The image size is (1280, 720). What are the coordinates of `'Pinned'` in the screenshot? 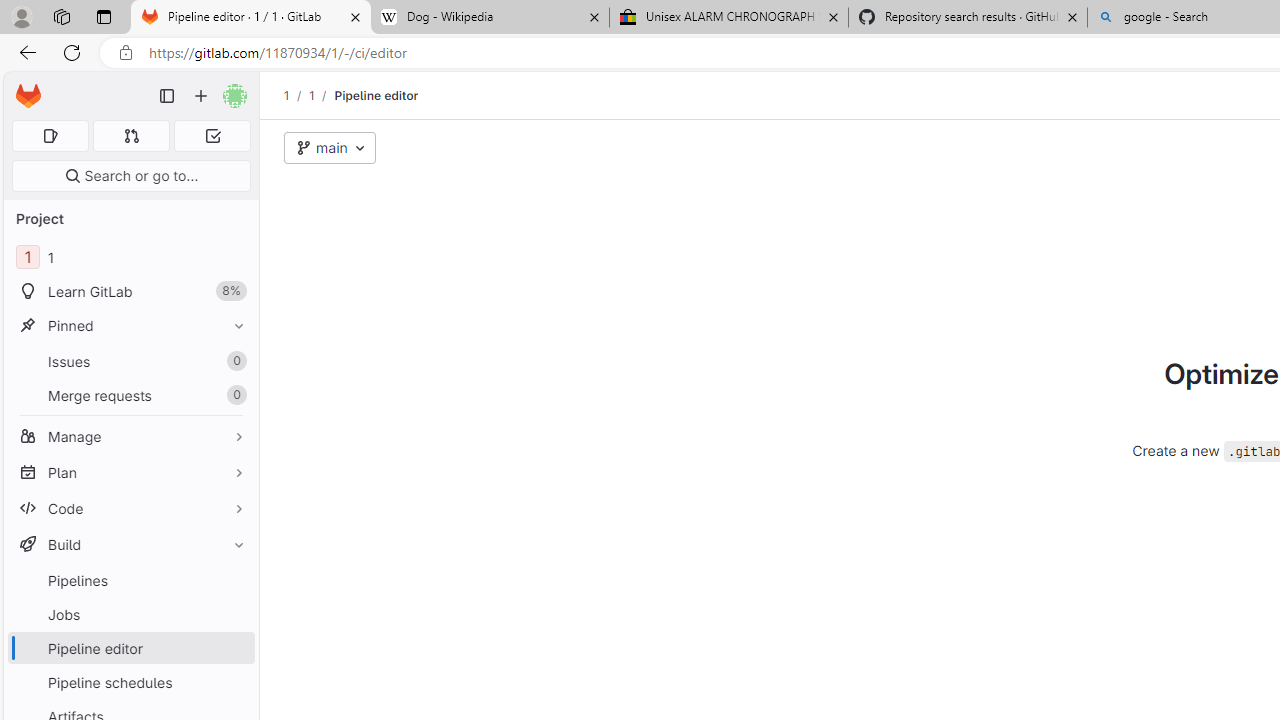 It's located at (130, 324).